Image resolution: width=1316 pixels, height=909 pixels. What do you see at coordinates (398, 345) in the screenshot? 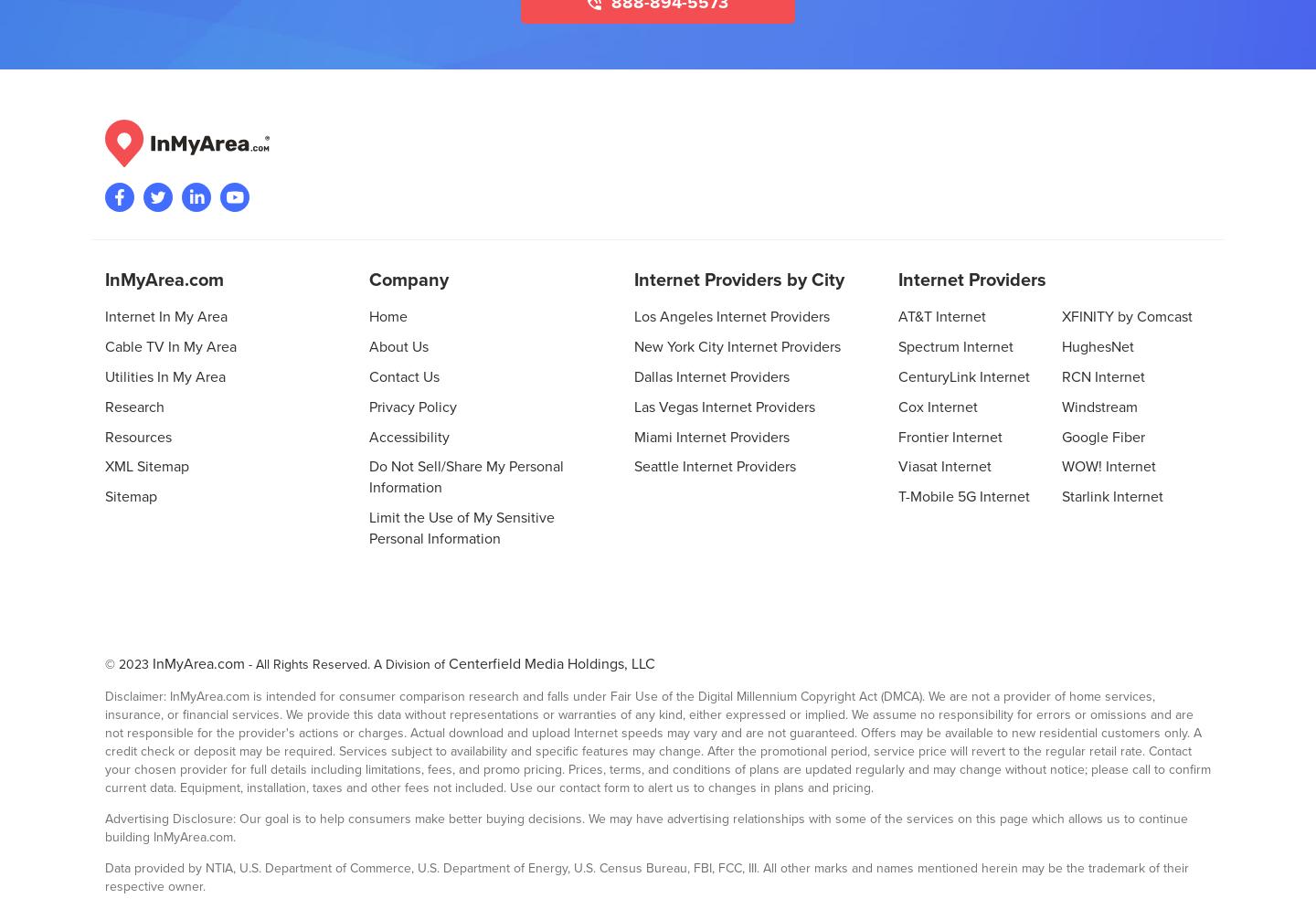
I see `'About Us'` at bounding box center [398, 345].